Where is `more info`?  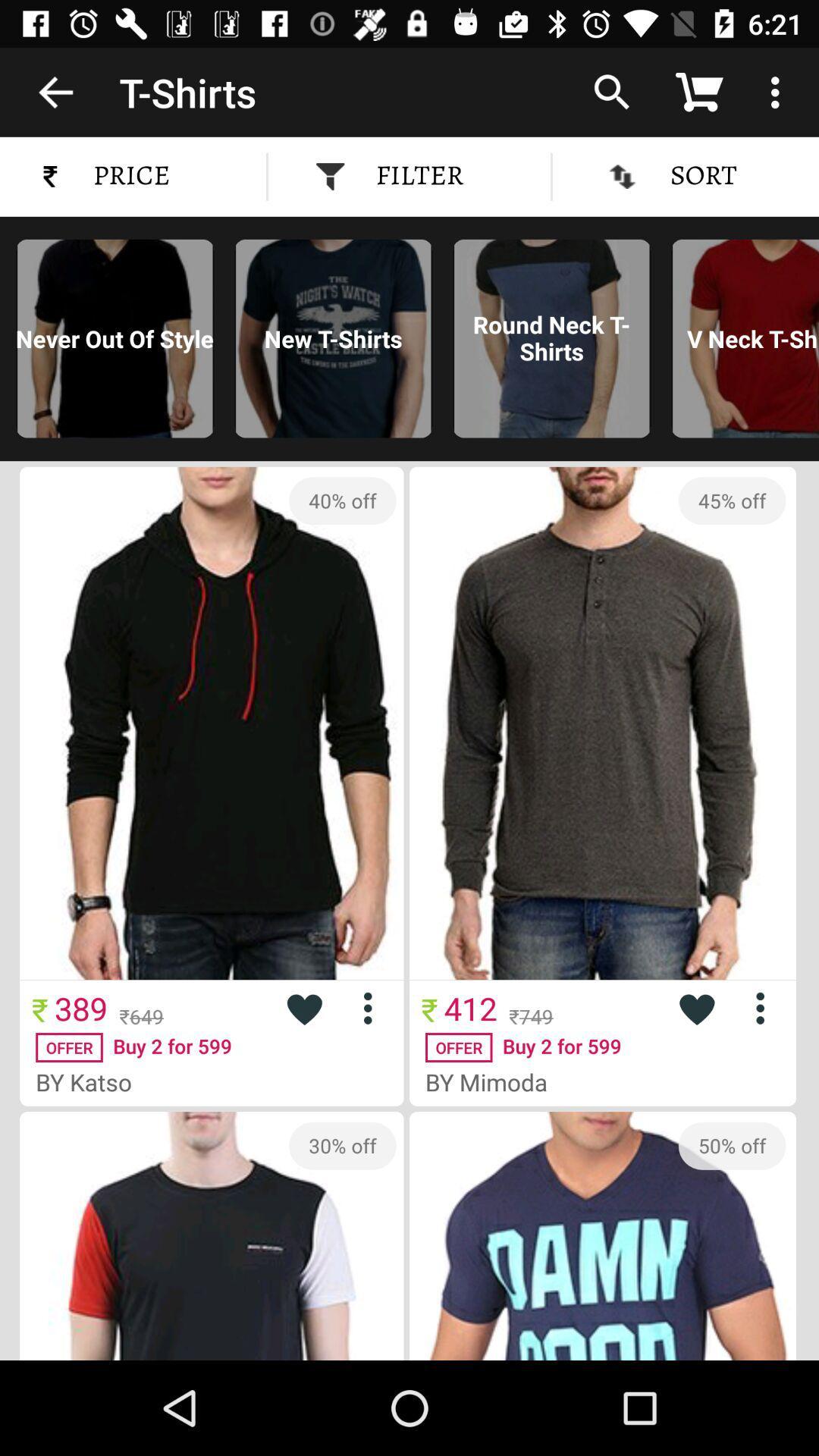 more info is located at coordinates (766, 1008).